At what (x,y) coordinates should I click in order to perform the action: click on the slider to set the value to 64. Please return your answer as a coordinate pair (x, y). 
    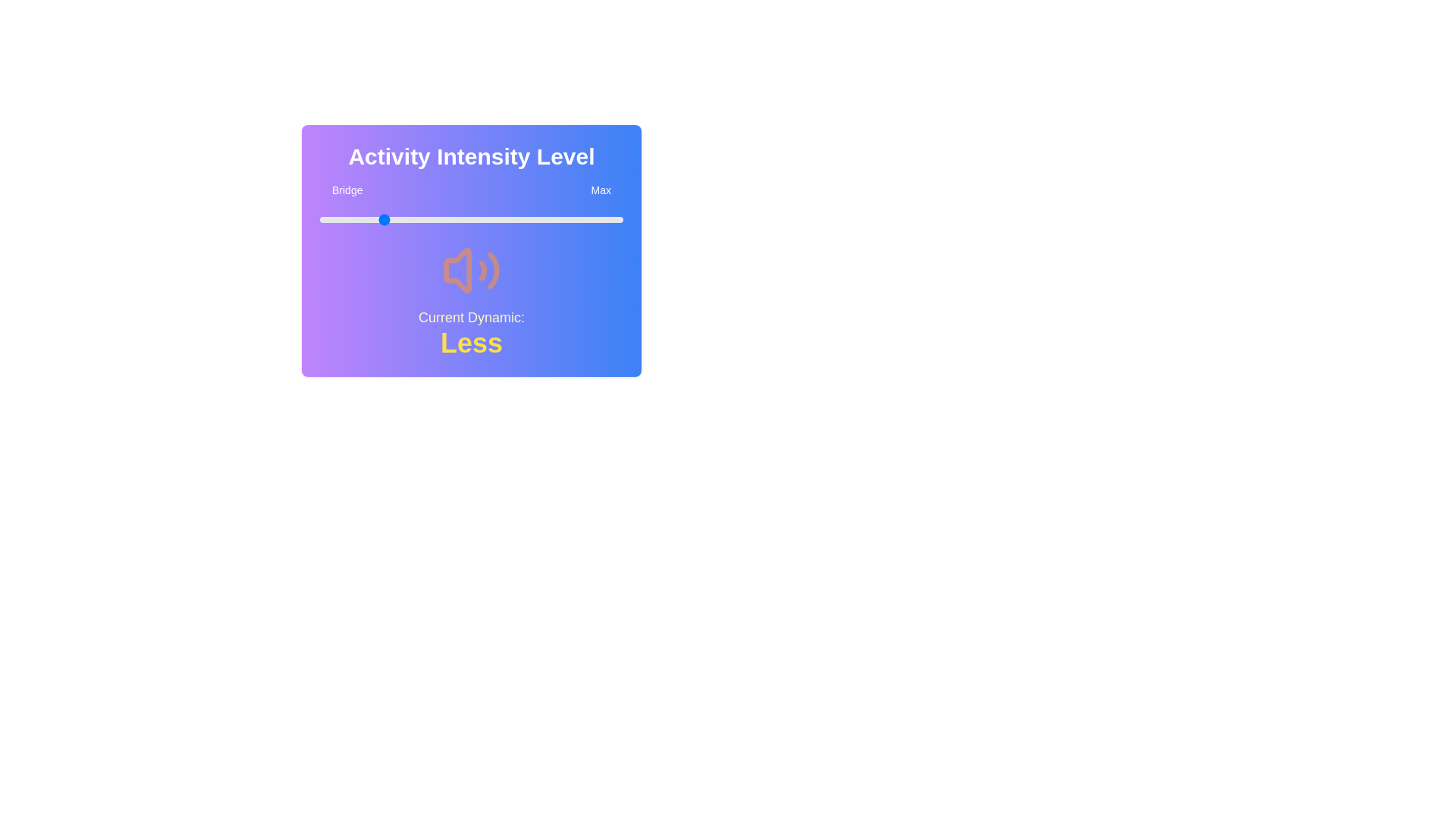
    Looking at the image, I should click on (513, 219).